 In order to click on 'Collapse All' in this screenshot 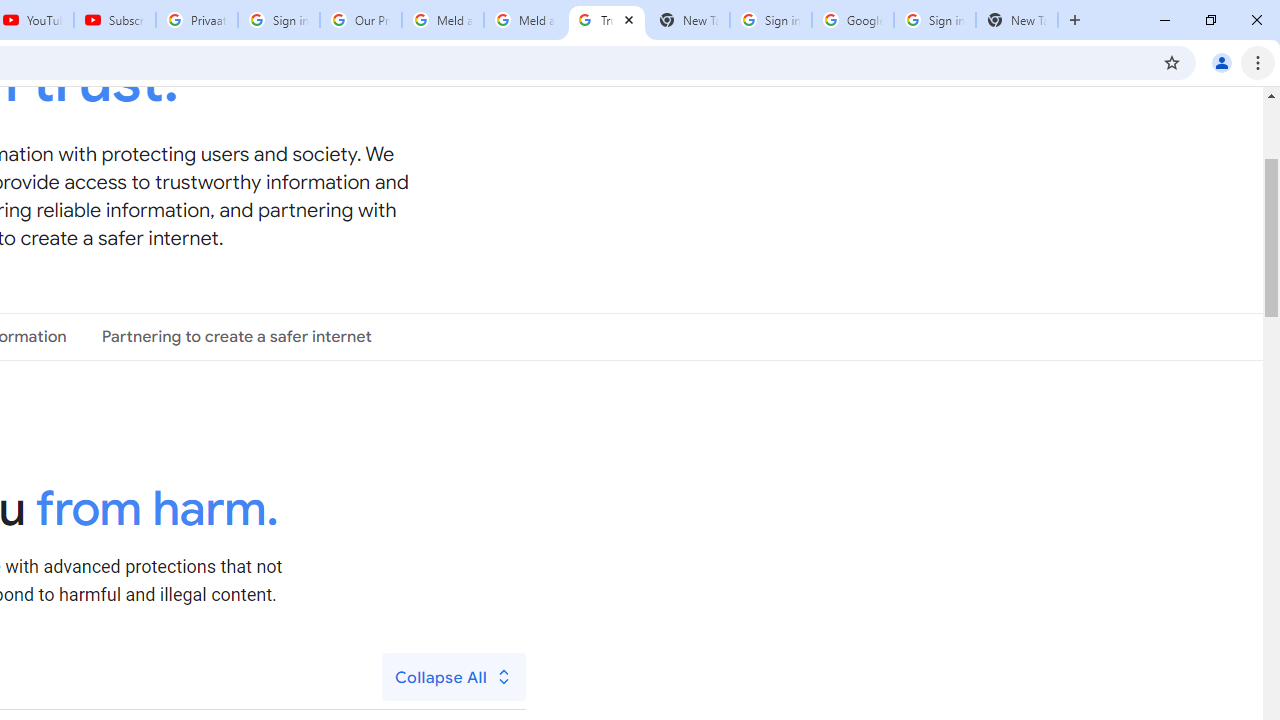, I will do `click(453, 676)`.